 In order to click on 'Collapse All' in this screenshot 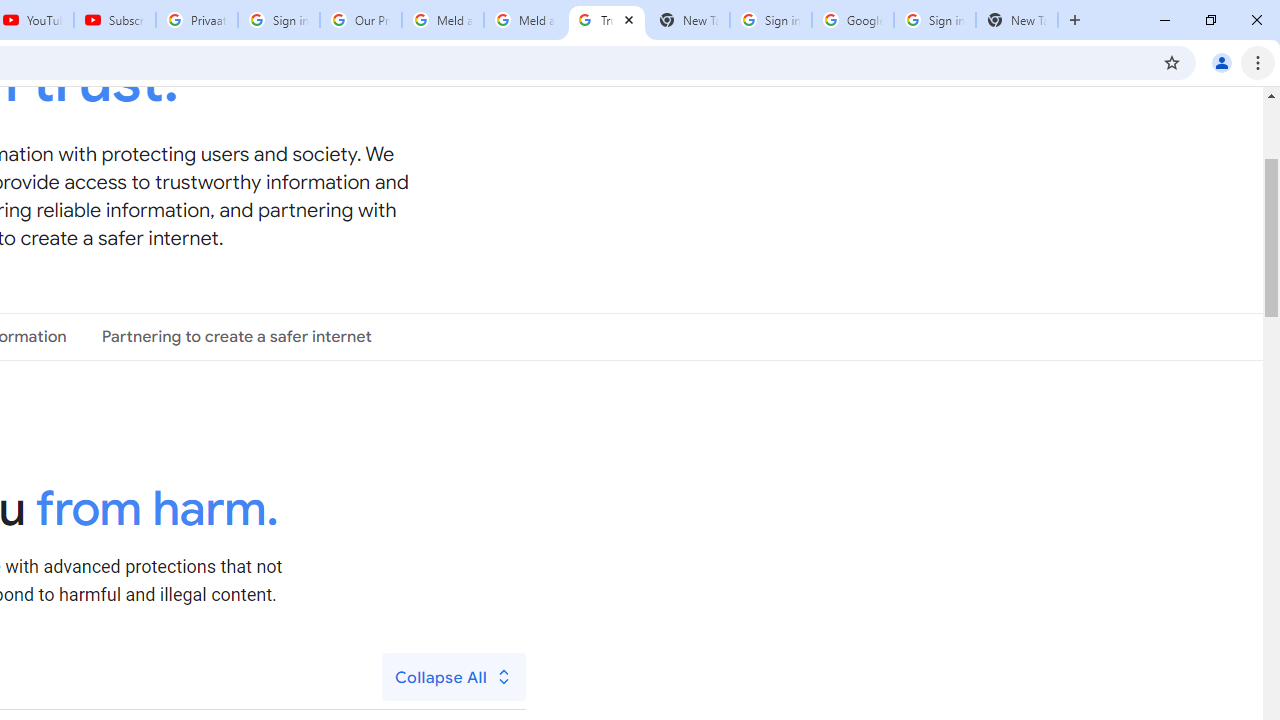, I will do `click(453, 676)`.